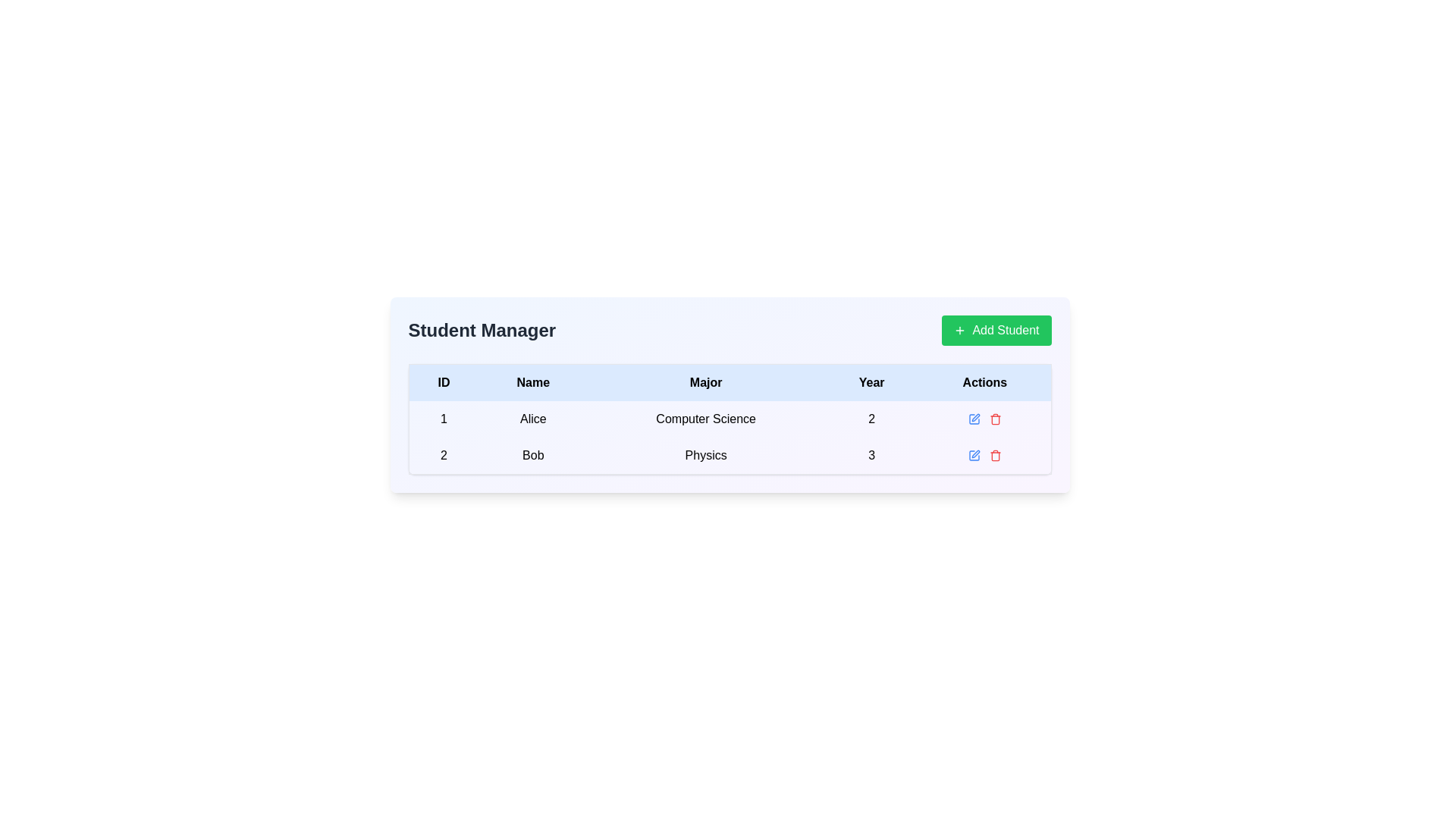  I want to click on the delete icon button located in the 'Actions' column of the second table row, so click(995, 456).